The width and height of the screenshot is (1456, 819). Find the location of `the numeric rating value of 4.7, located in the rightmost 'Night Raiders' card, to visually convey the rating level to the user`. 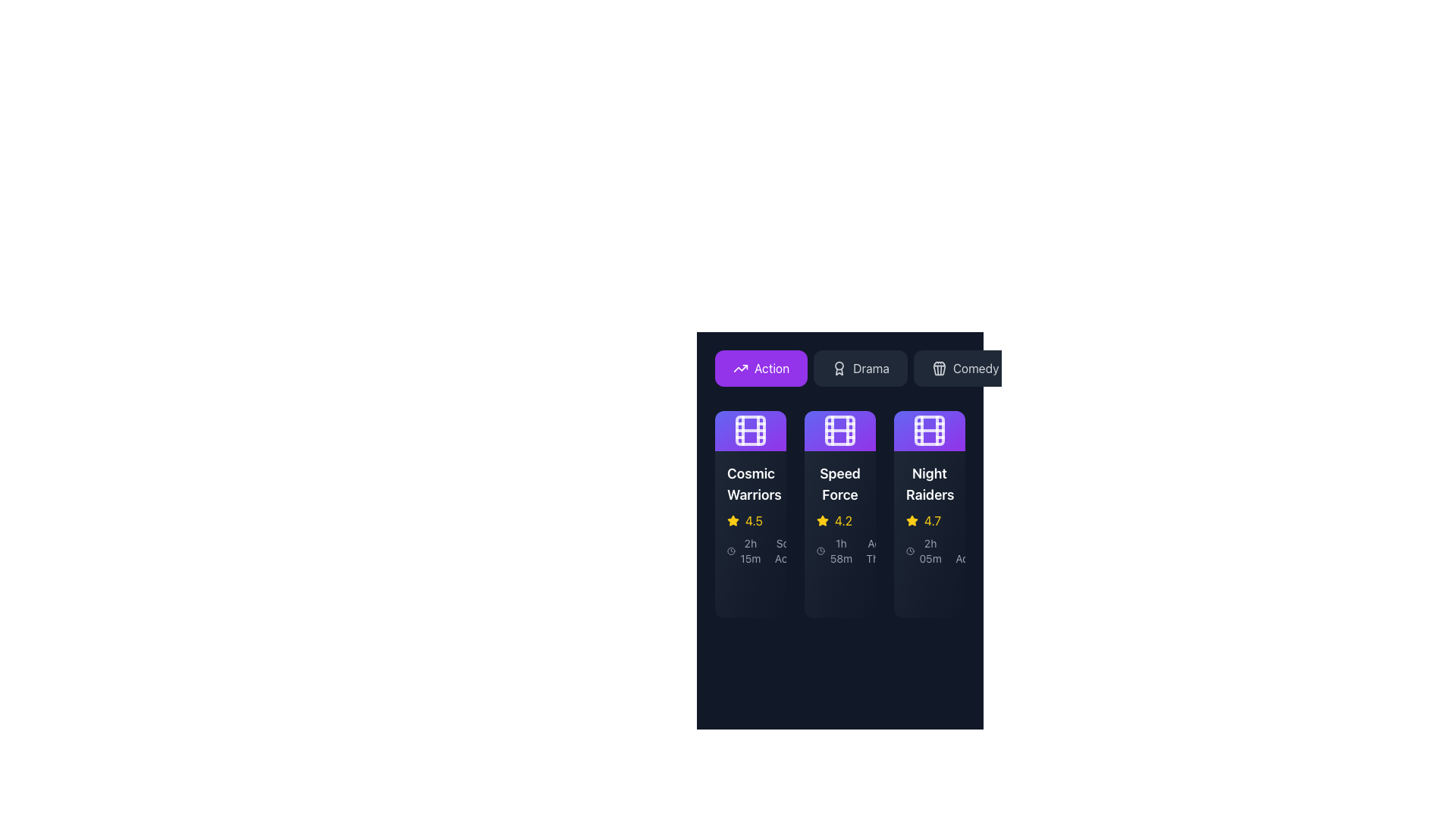

the numeric rating value of 4.7, located in the rightmost 'Night Raiders' card, to visually convey the rating level to the user is located at coordinates (932, 519).